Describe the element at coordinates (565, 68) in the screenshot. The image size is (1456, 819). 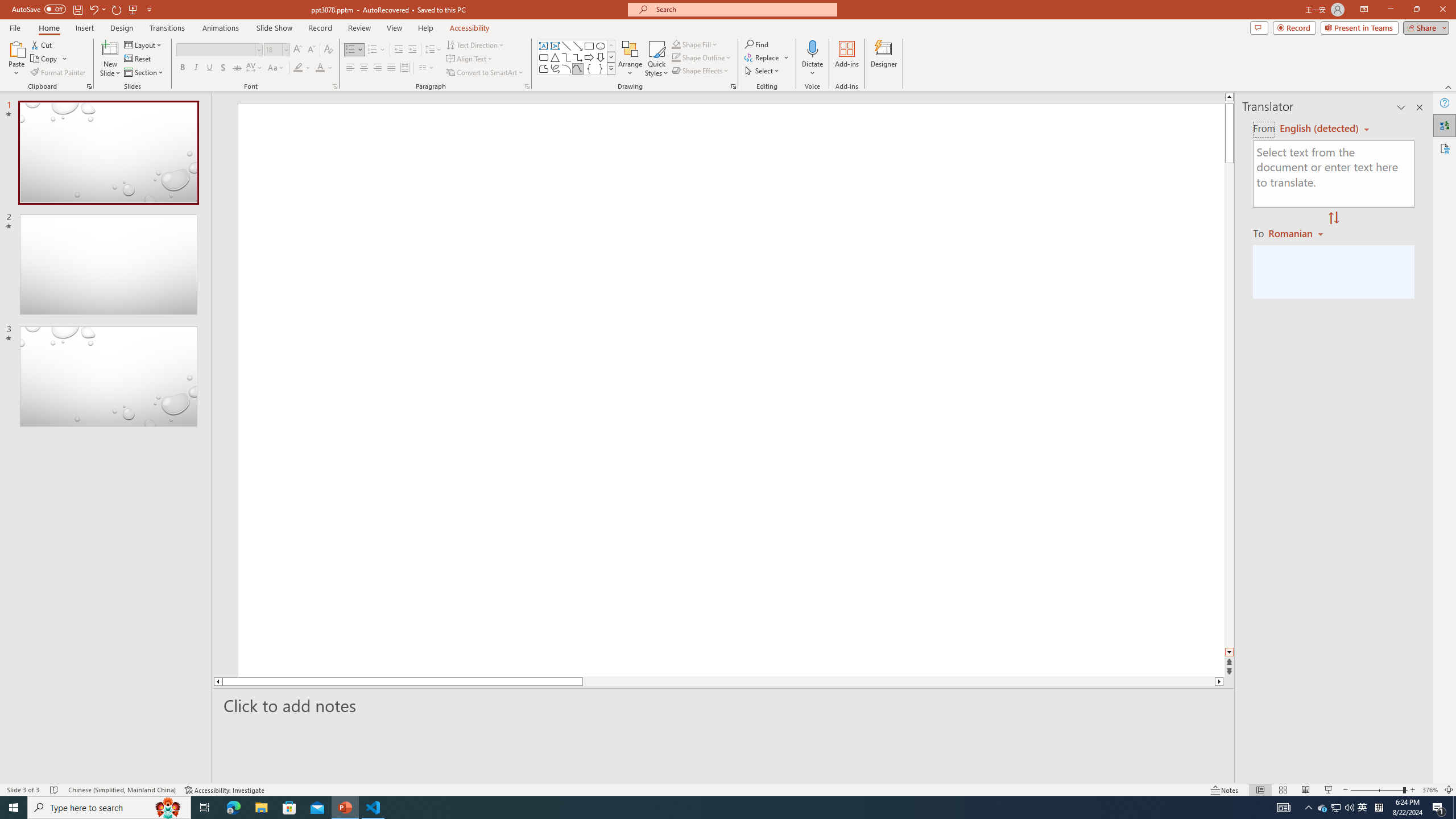
I see `'Arc'` at that location.